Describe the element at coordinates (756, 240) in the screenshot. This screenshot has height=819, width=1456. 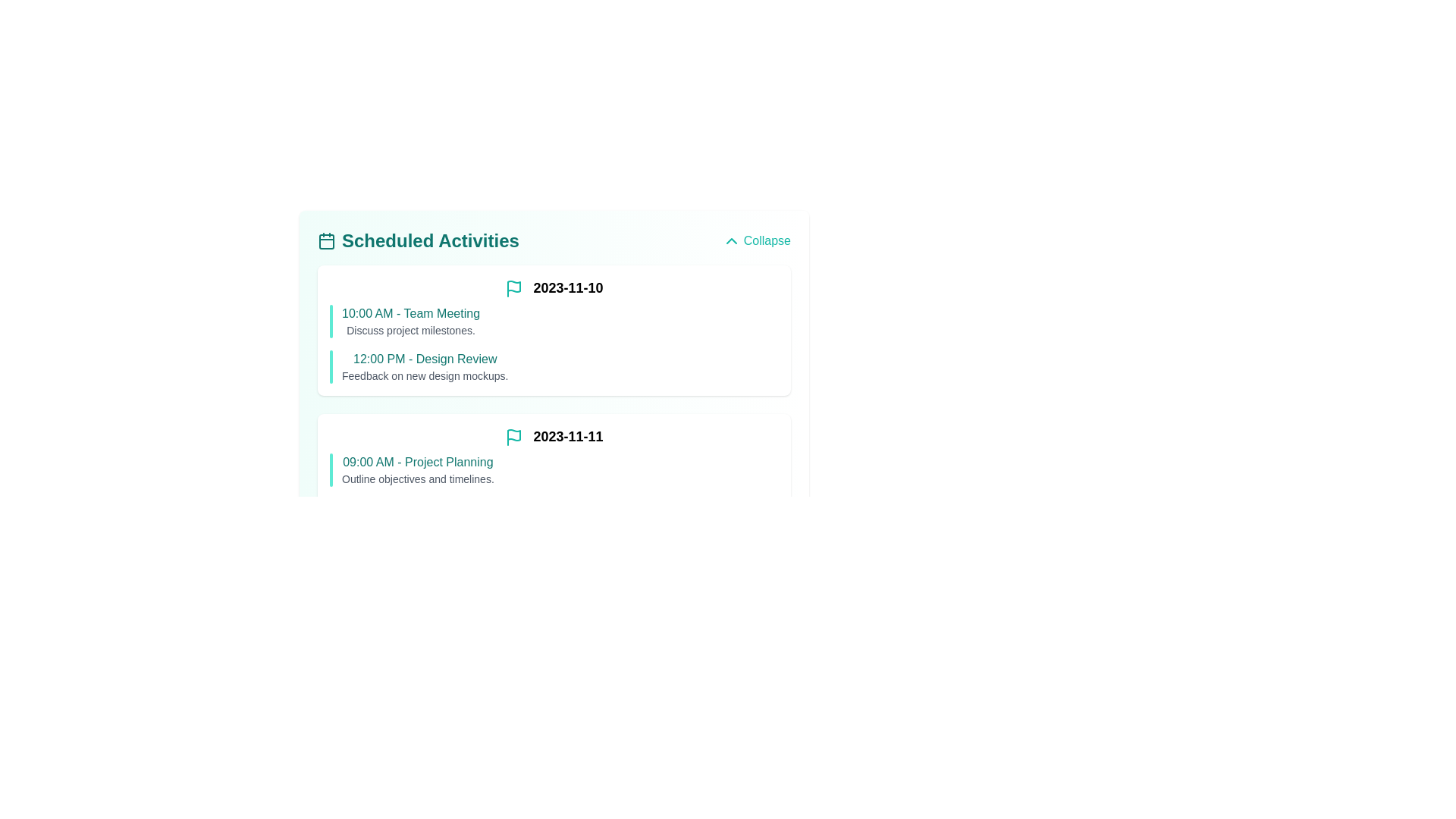
I see `the collapsible toggle button for the 'Scheduled Activities' section` at that location.